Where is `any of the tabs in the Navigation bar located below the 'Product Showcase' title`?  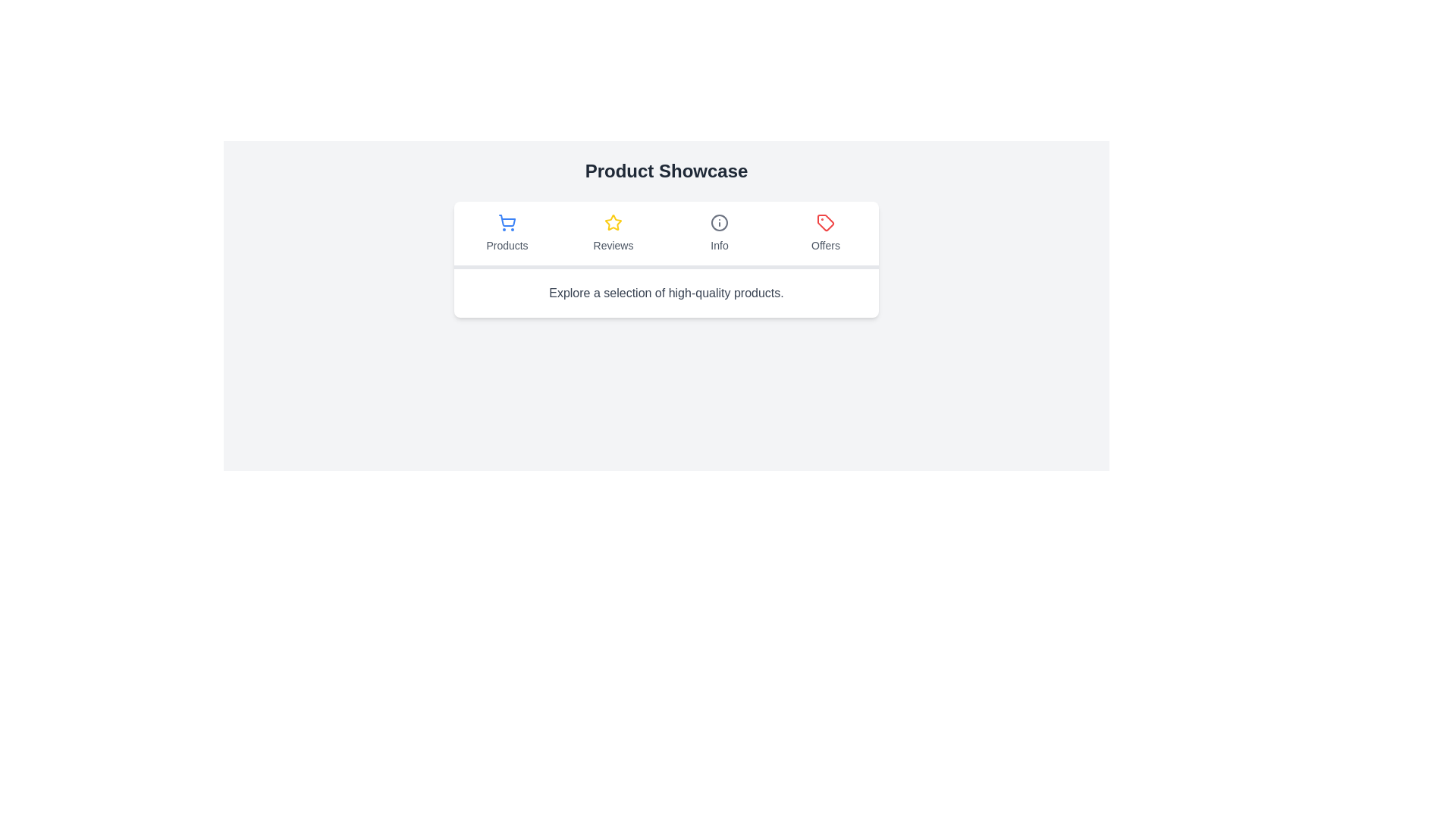 any of the tabs in the Navigation bar located below the 'Product Showcase' title is located at coordinates (666, 259).